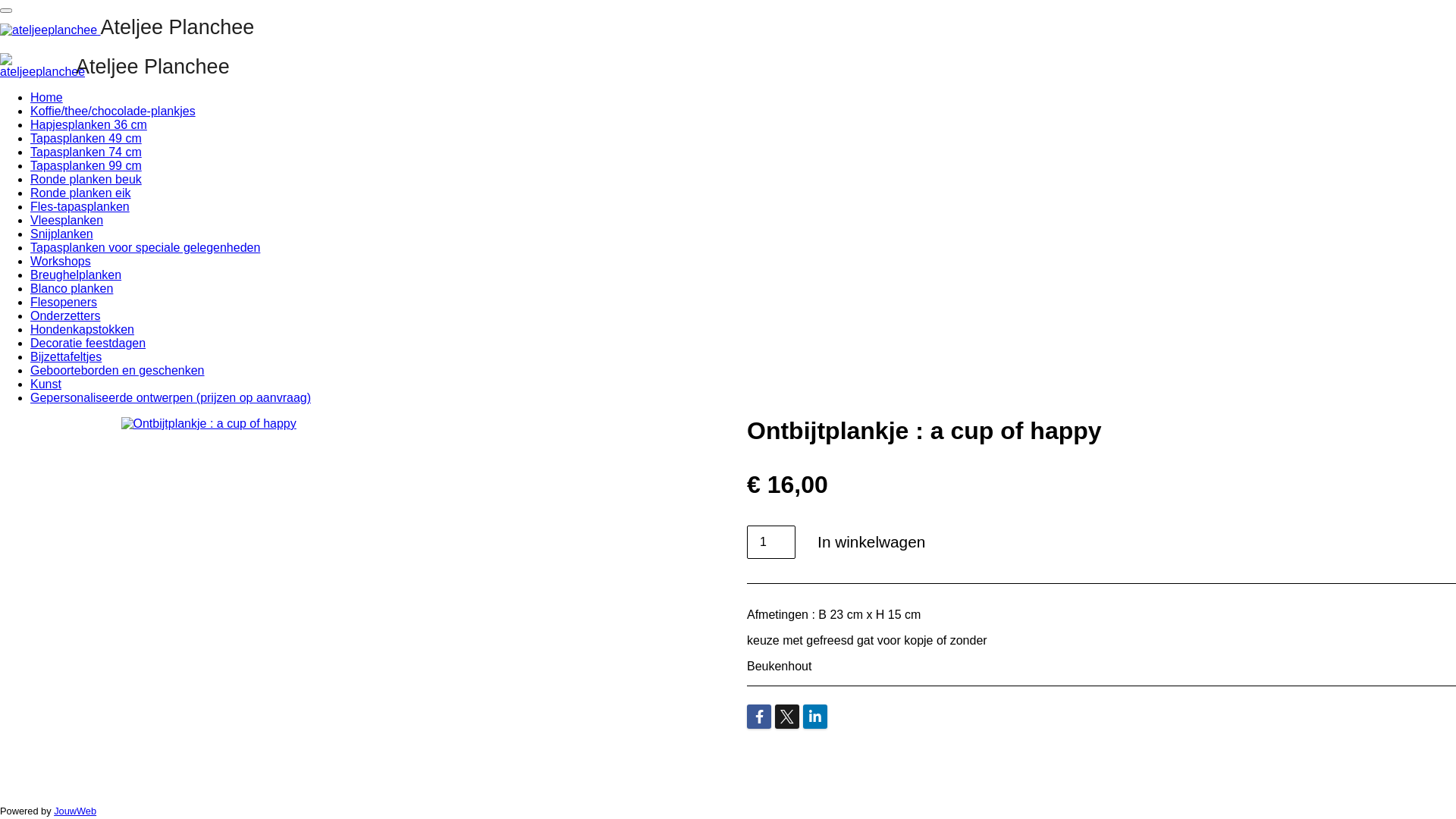  I want to click on 'Onderzetters', so click(64, 315).